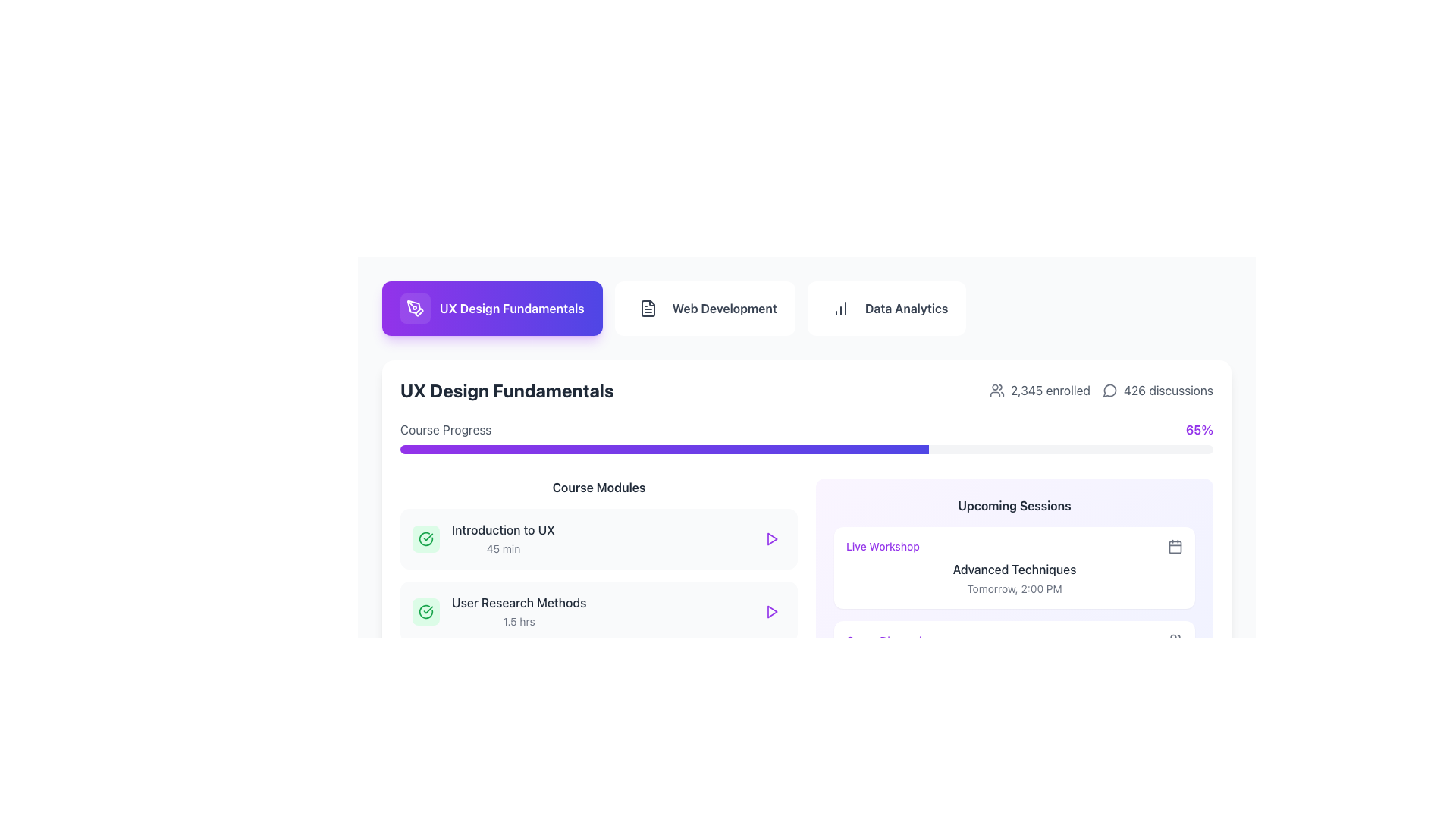 The width and height of the screenshot is (1456, 819). What do you see at coordinates (1198, 430) in the screenshot?
I see `the static text display showing '65%' in bold purple font located at the top-right corner of the main progress section` at bounding box center [1198, 430].